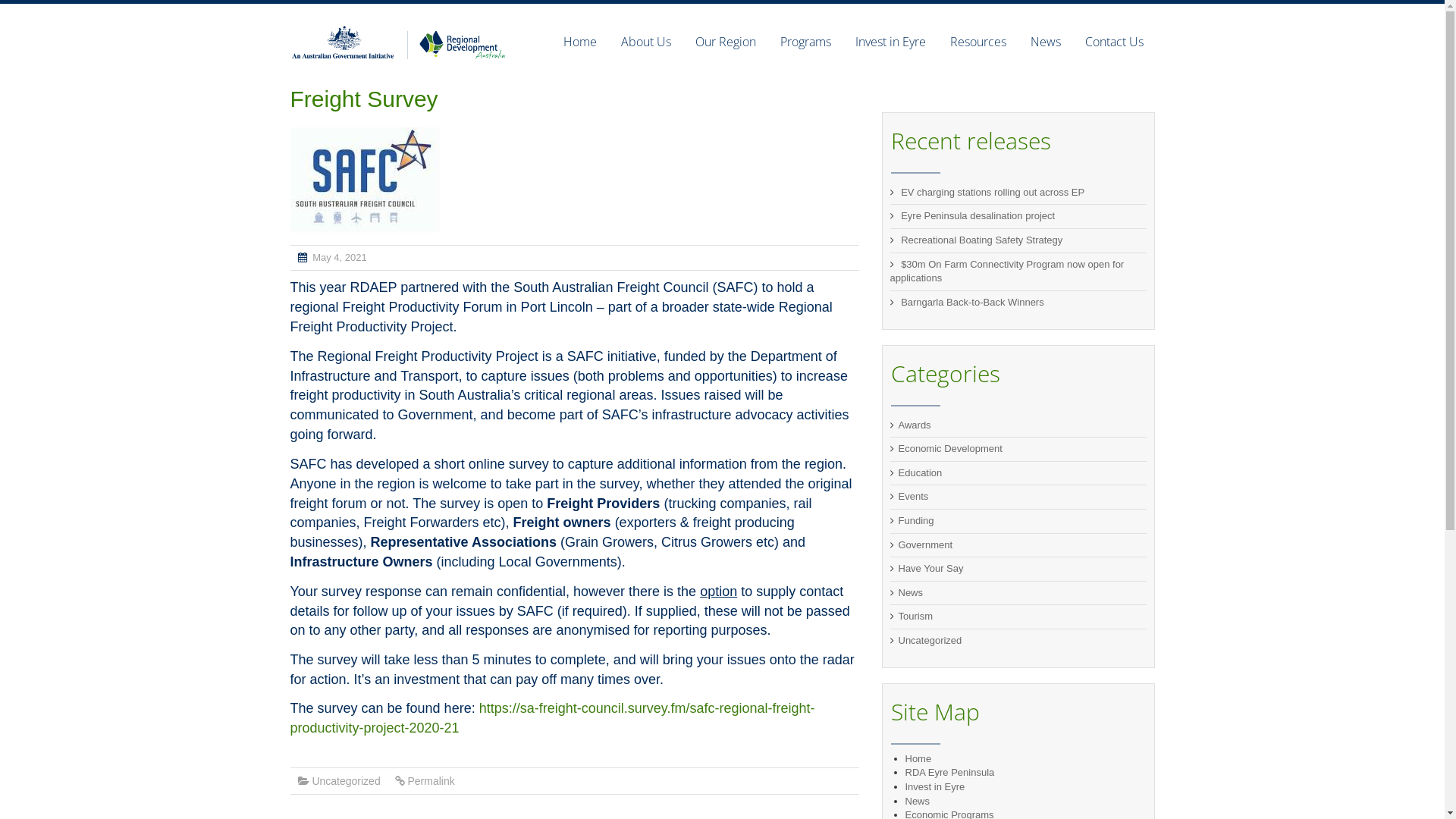 The image size is (1456, 819). Describe the element at coordinates (977, 215) in the screenshot. I see `'Eyre Peninsula desalination project'` at that location.